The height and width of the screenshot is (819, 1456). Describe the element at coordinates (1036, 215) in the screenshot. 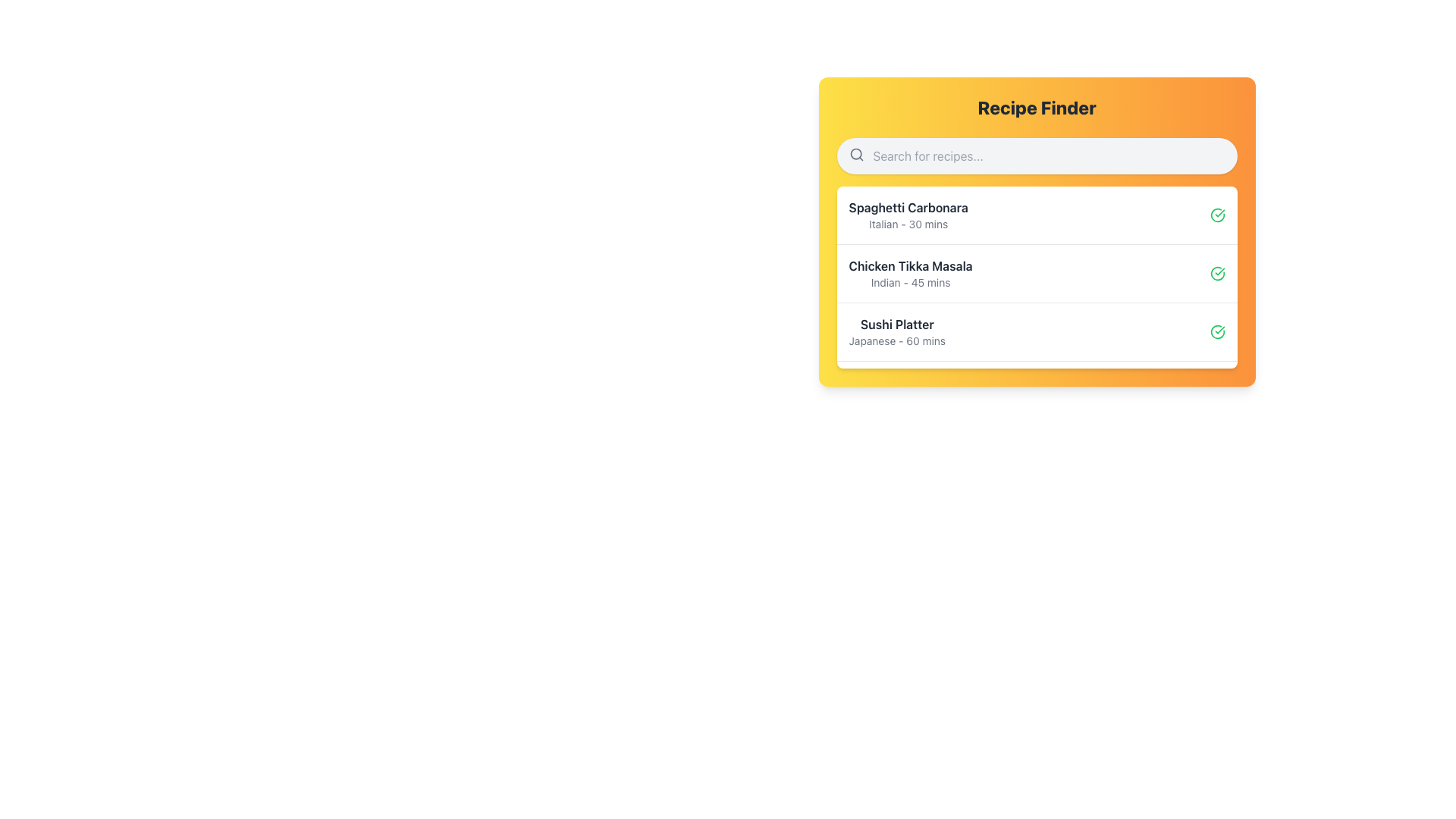

I see `the first recipe list item under the 'Recipe Finder' title` at that location.